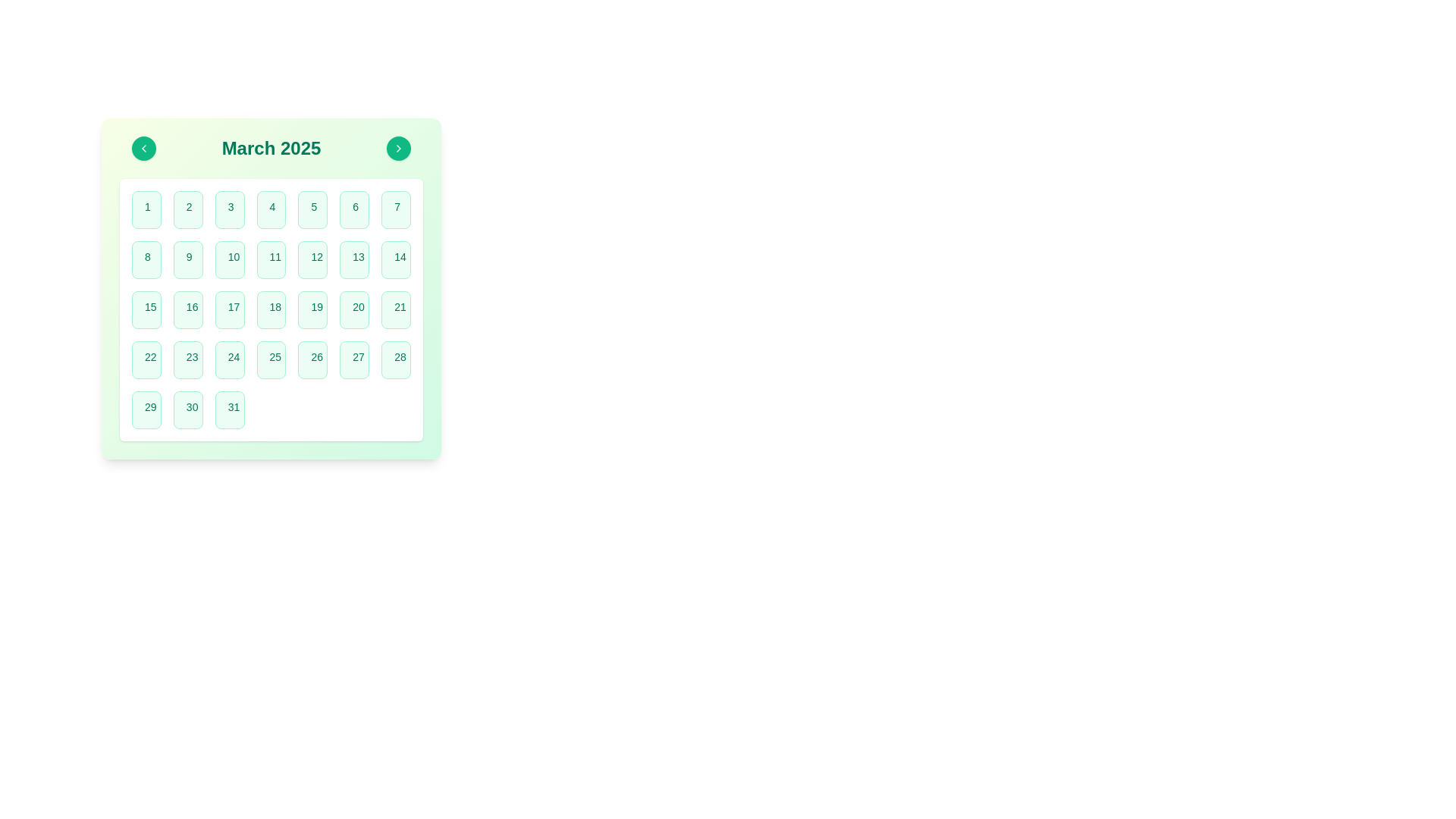 This screenshot has width=1456, height=819. What do you see at coordinates (355, 207) in the screenshot?
I see `the Text component representing the date '6' in the calendar interface for March 2025` at bounding box center [355, 207].